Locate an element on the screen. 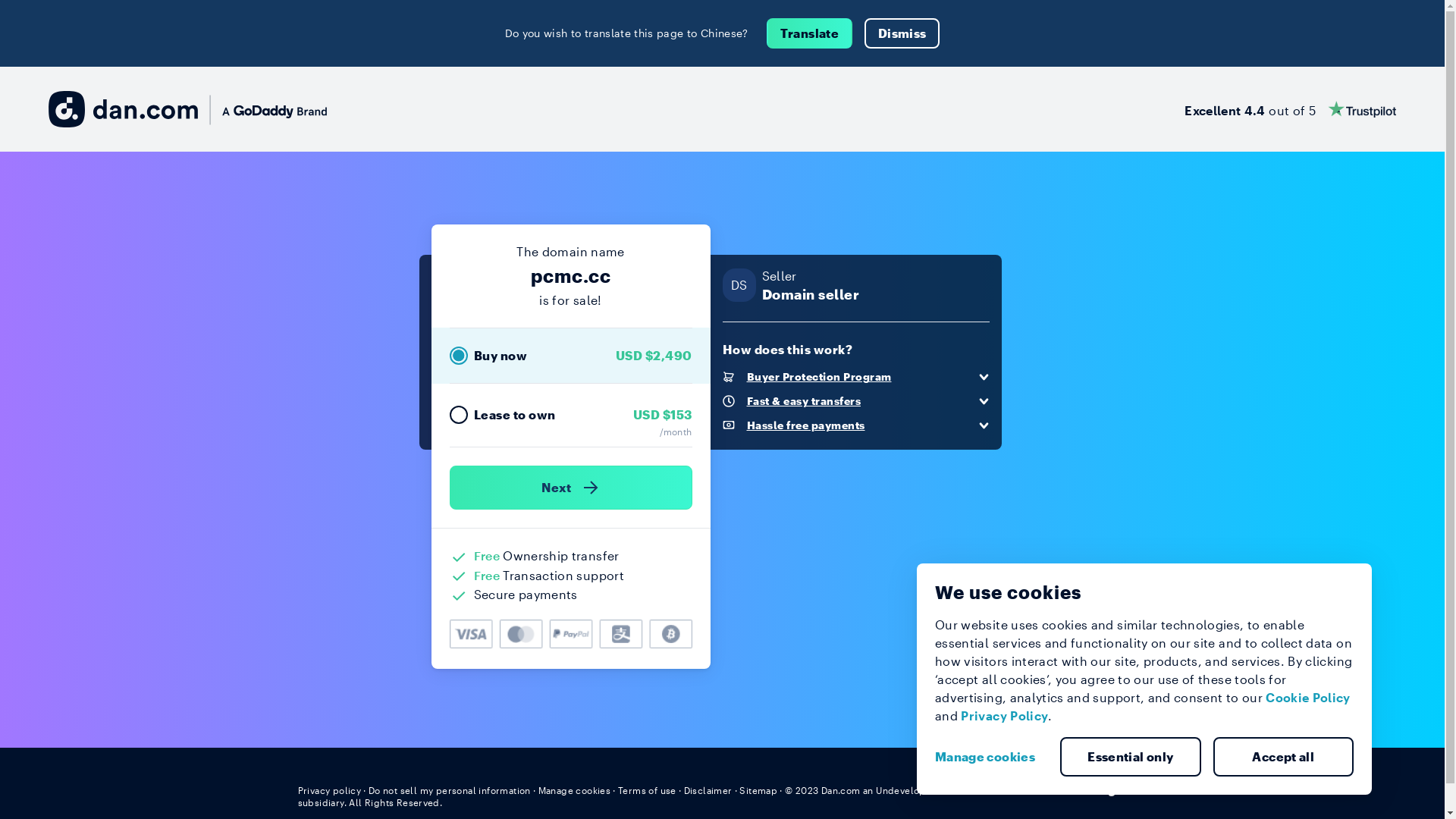 The height and width of the screenshot is (819, 1456). 'Excellent 4.4 out of 5' is located at coordinates (1183, 108).